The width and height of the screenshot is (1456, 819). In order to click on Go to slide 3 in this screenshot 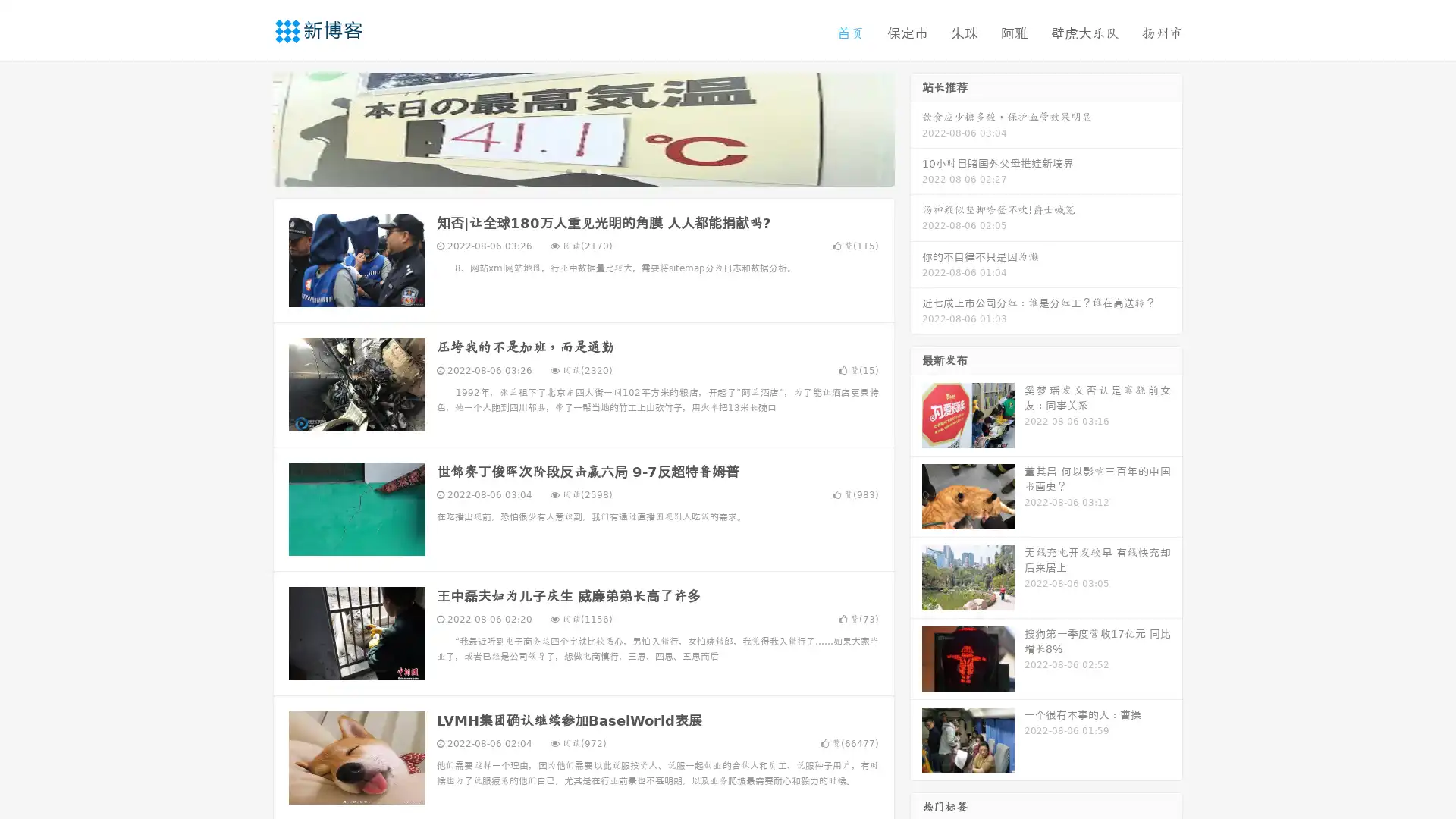, I will do `click(598, 171)`.